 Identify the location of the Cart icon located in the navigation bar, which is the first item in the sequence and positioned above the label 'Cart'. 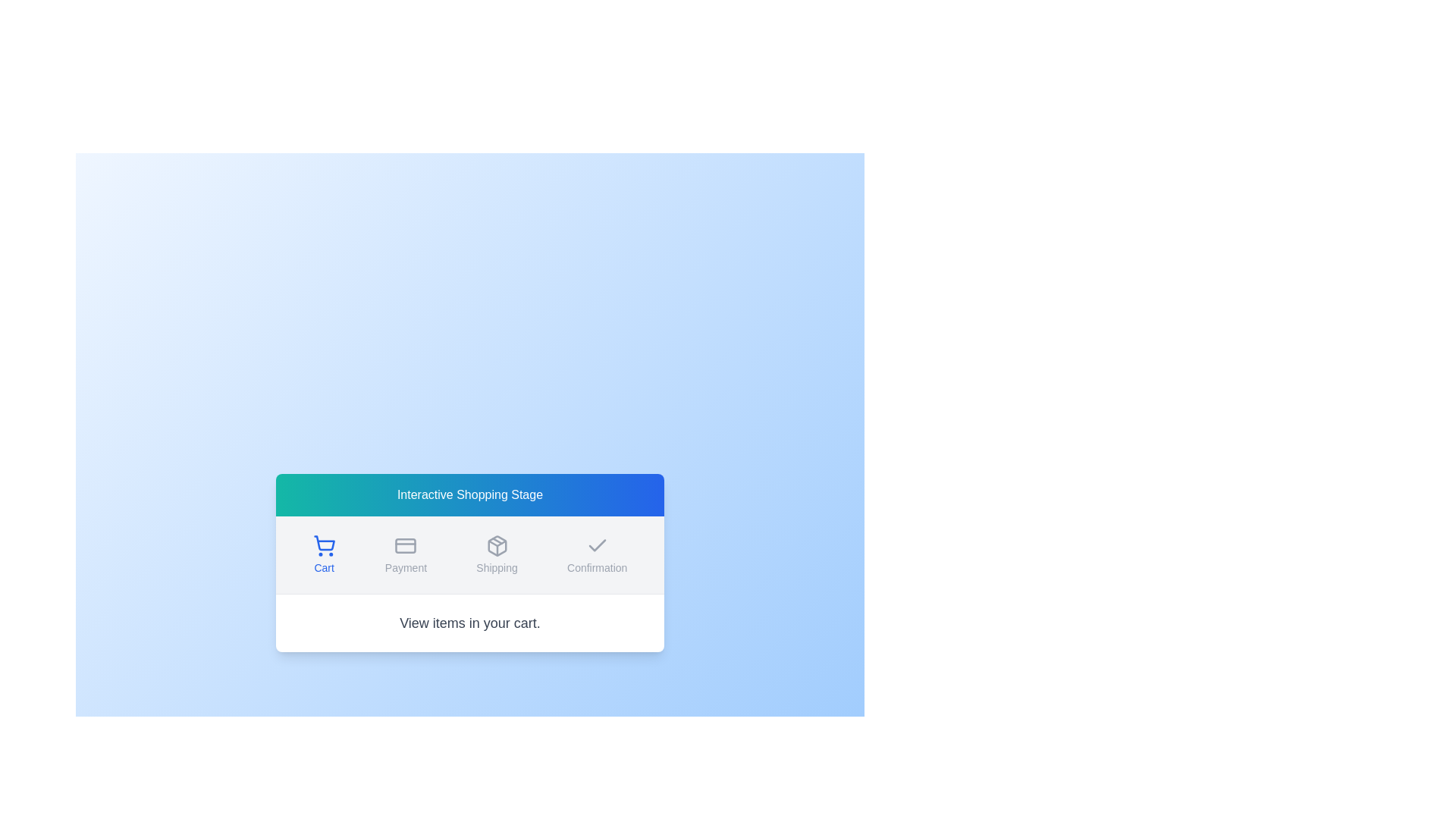
(323, 541).